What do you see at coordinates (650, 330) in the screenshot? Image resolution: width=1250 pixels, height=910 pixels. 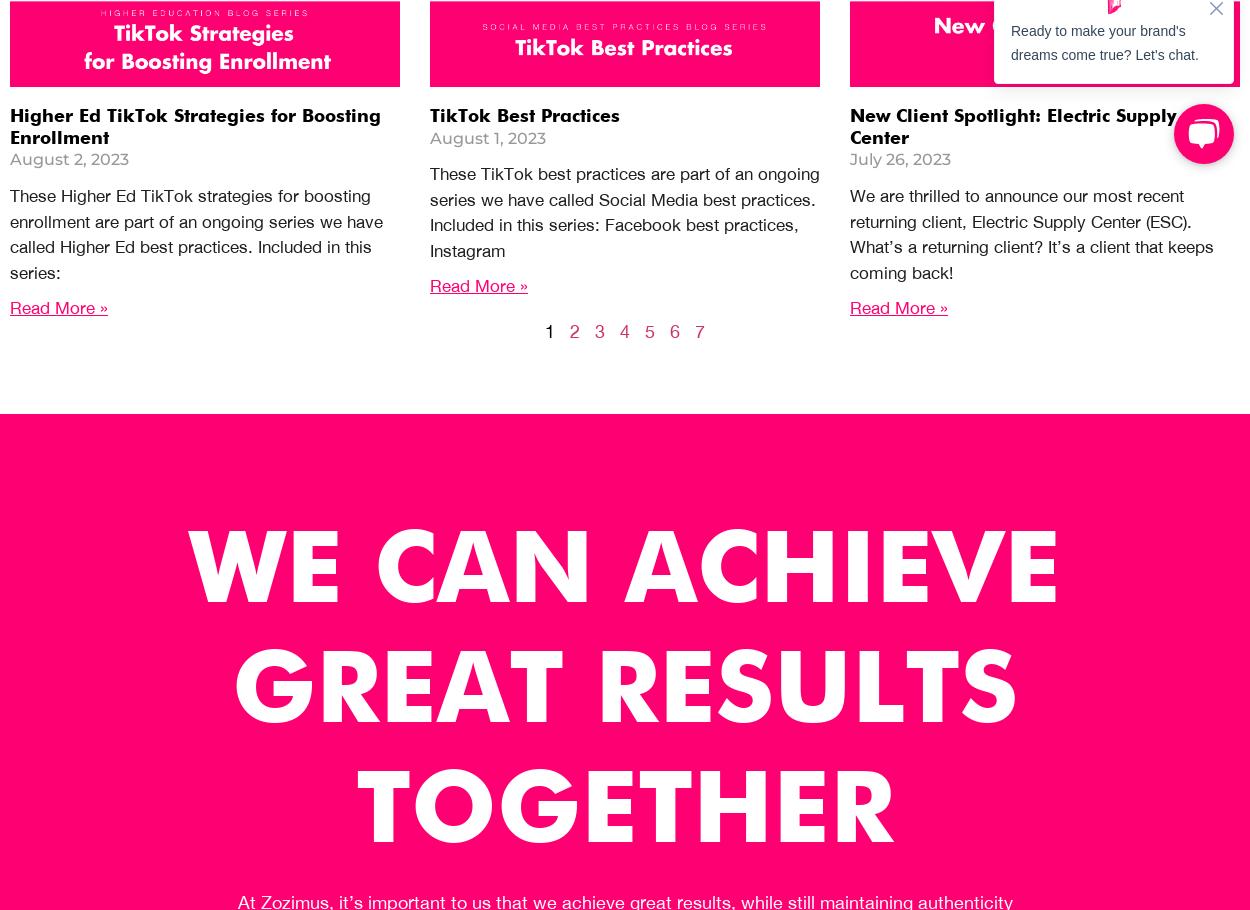 I see `'5'` at bounding box center [650, 330].